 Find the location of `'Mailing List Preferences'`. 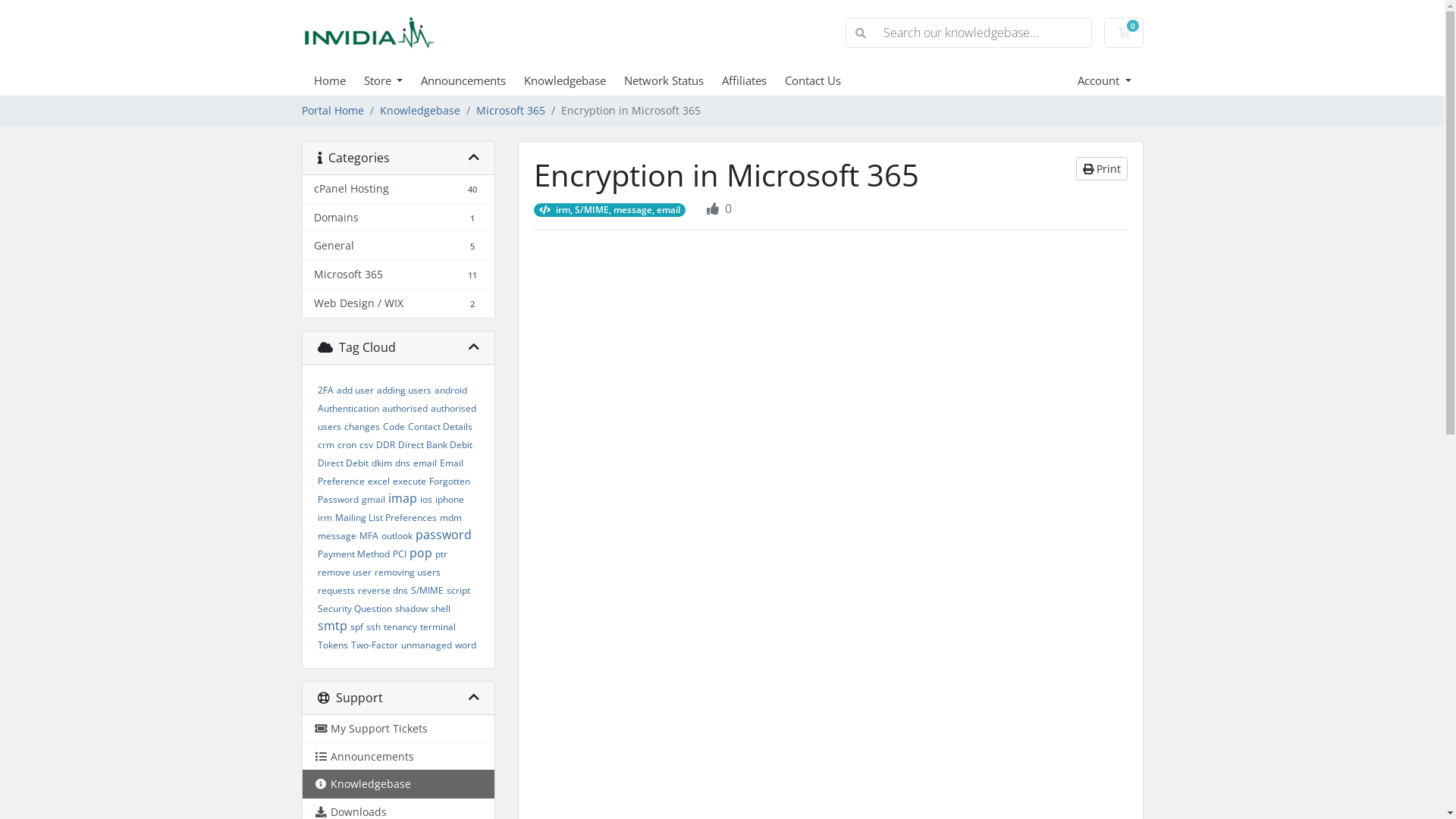

'Mailing List Preferences' is located at coordinates (385, 516).